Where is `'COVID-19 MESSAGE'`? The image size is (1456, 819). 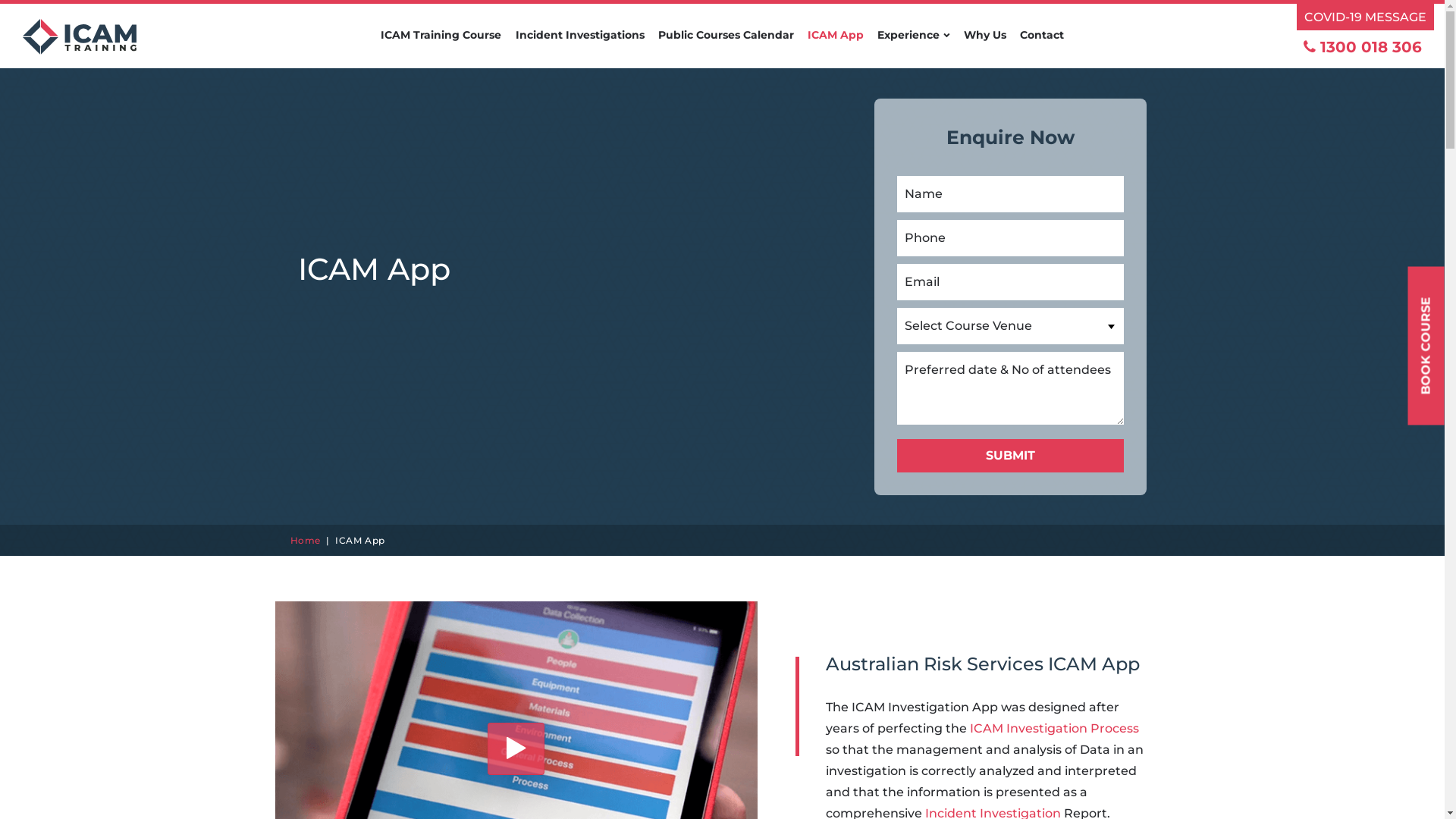 'COVID-19 MESSAGE' is located at coordinates (1365, 17).